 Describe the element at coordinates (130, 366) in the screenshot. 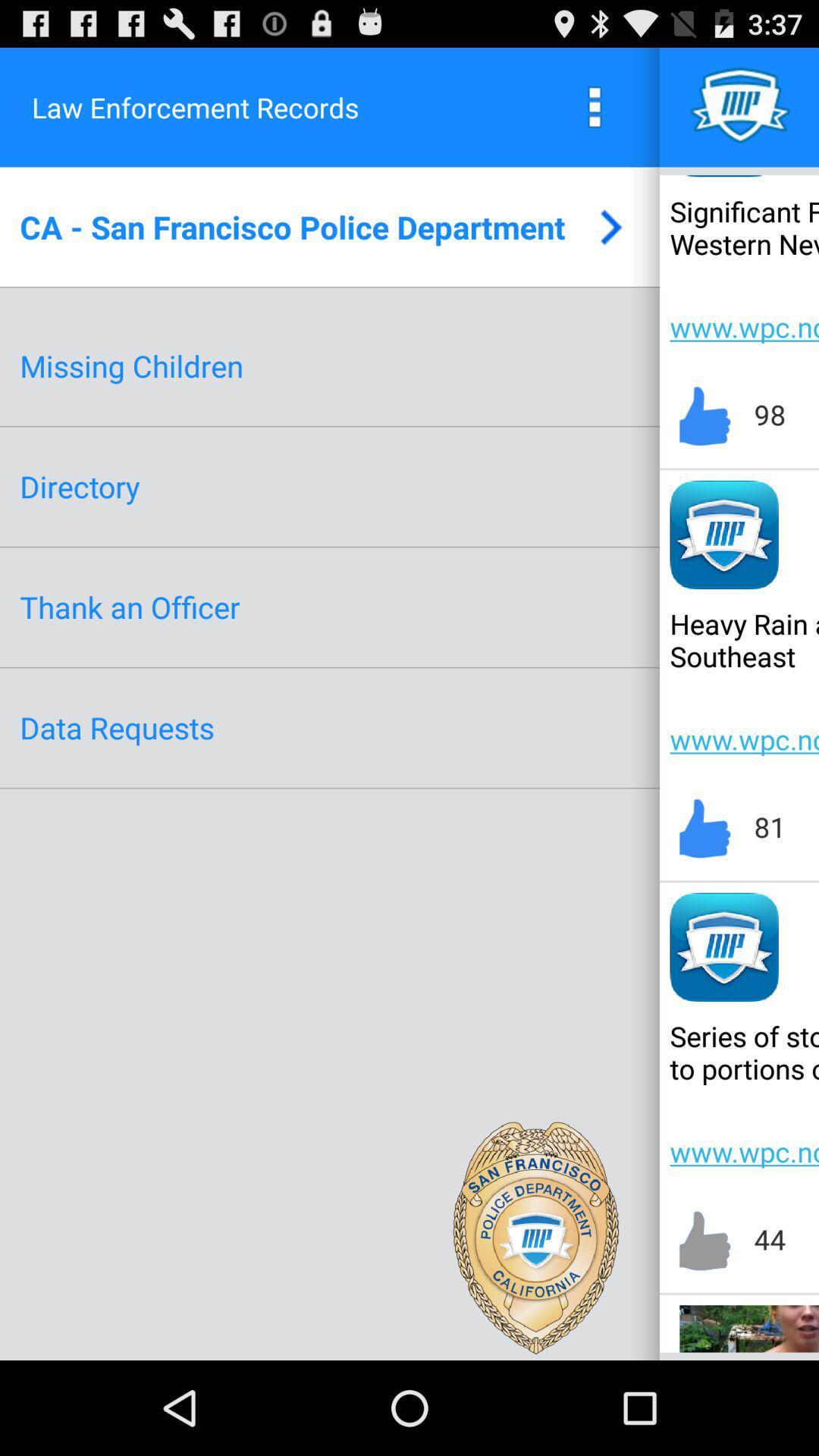

I see `app above directory item` at that location.